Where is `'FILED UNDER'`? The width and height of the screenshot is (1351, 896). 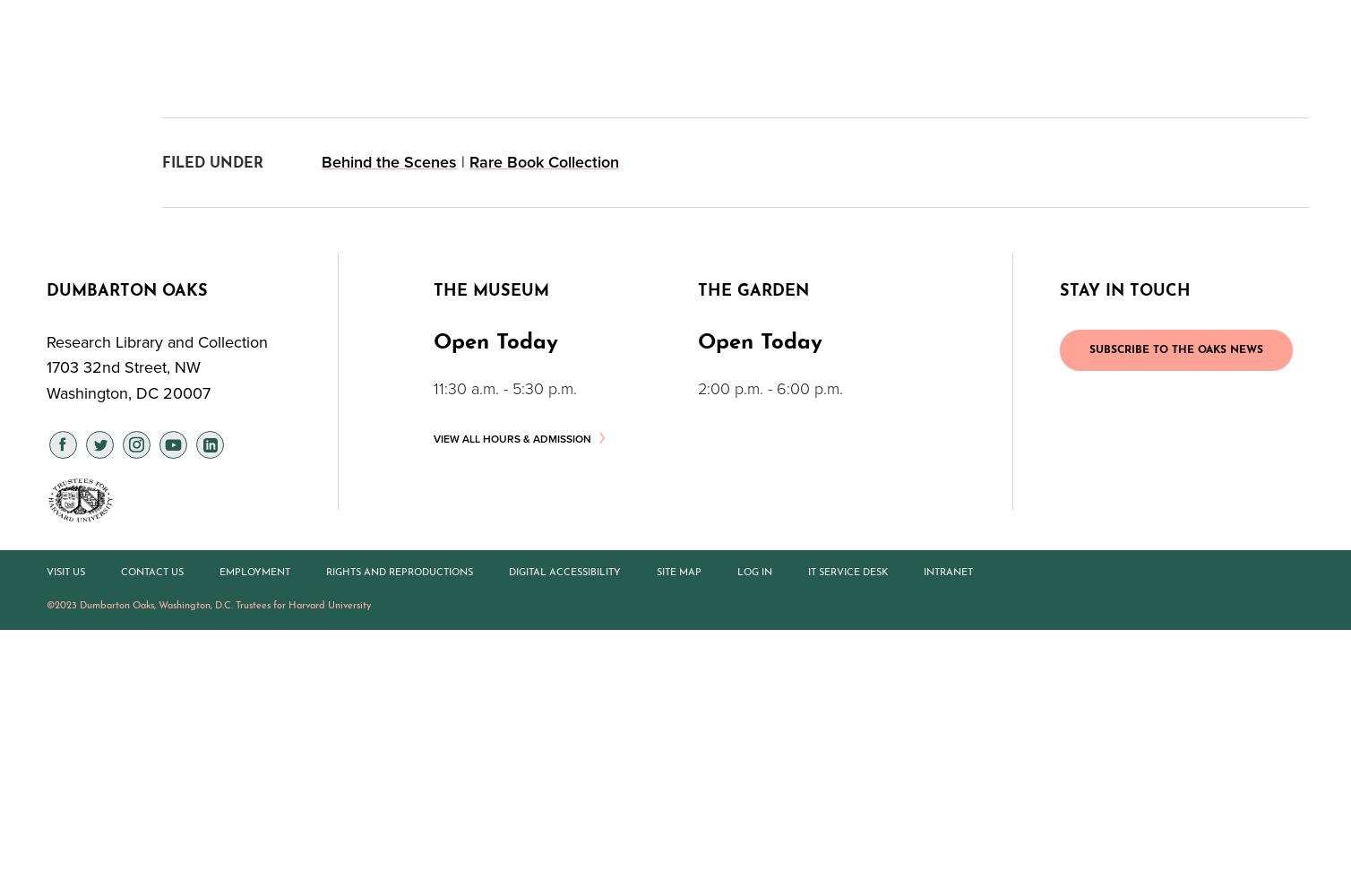
'FILED UNDER' is located at coordinates (211, 163).